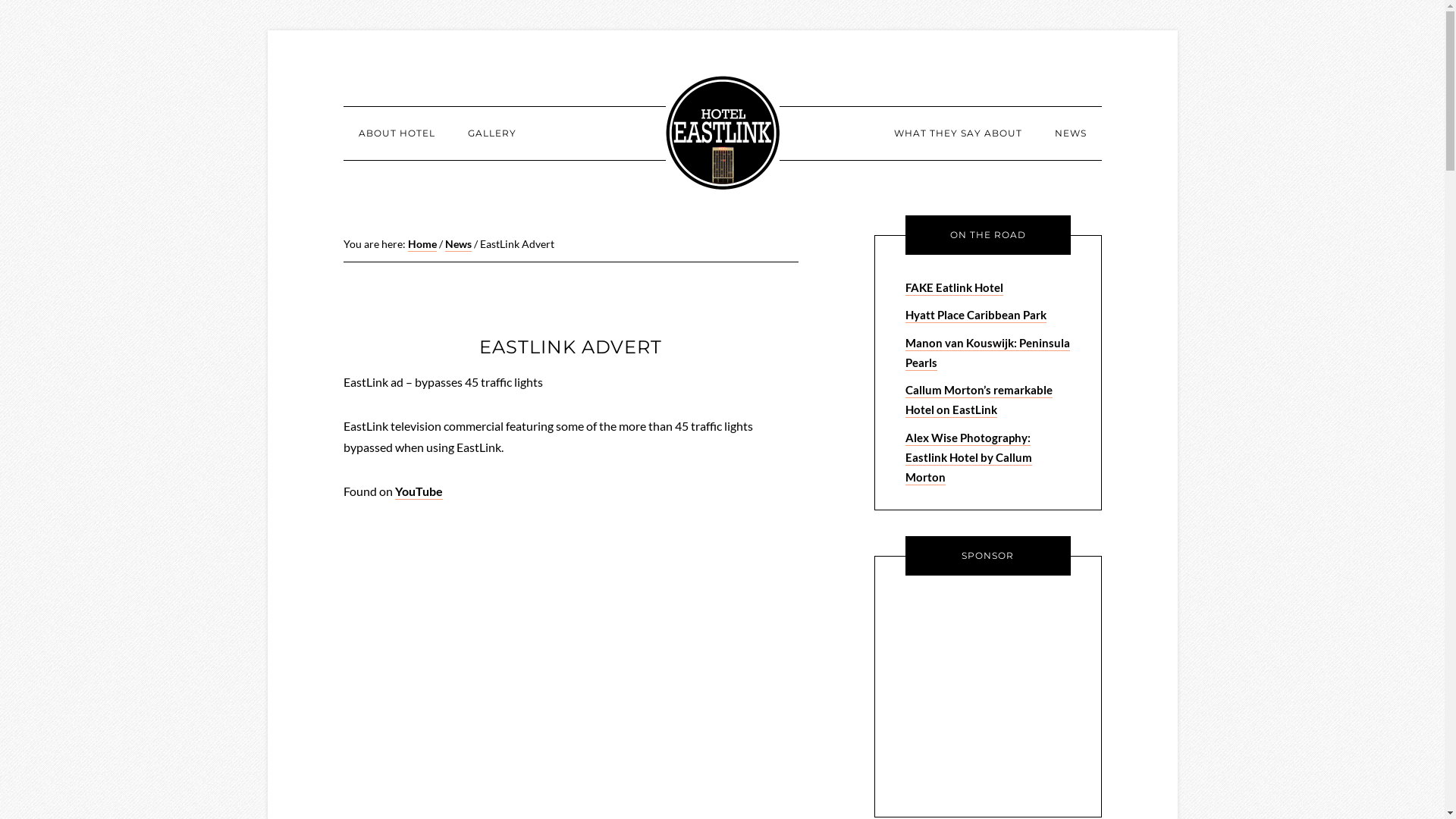 The image size is (1456, 819). What do you see at coordinates (457, 243) in the screenshot?
I see `'News'` at bounding box center [457, 243].